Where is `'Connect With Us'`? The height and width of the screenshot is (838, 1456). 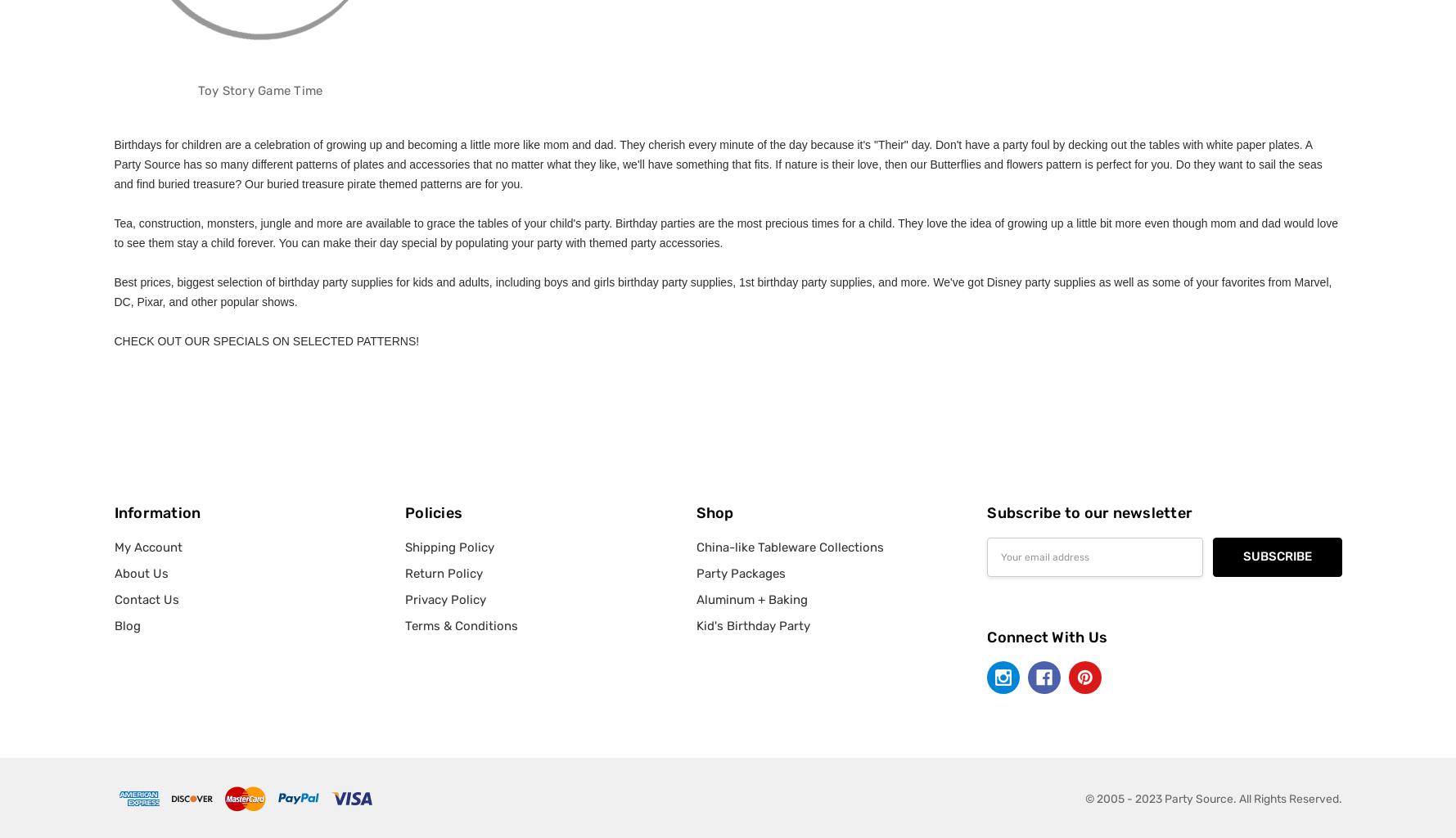
'Connect With Us' is located at coordinates (1047, 637).